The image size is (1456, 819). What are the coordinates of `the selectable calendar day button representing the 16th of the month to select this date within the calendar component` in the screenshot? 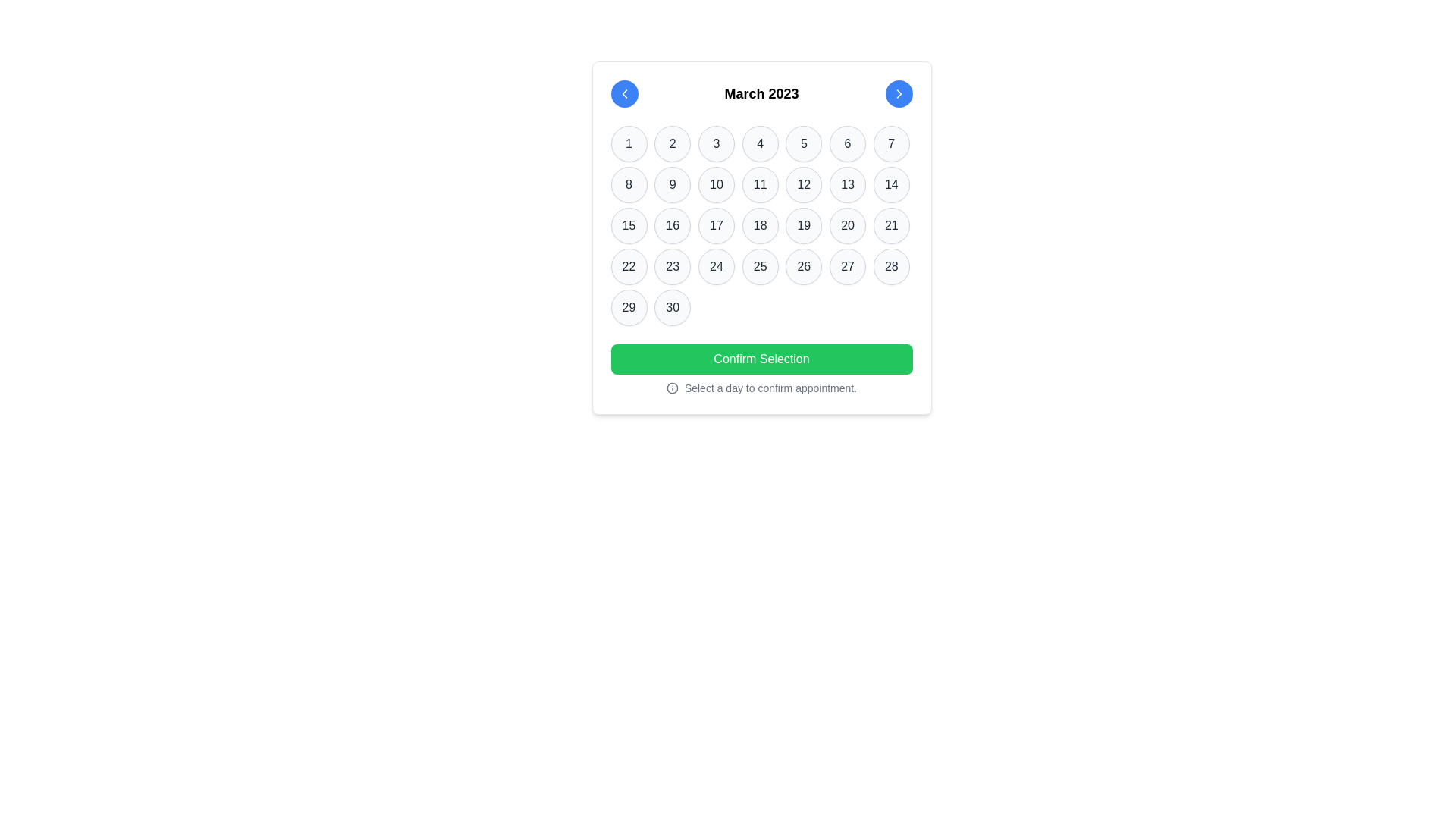 It's located at (672, 225).